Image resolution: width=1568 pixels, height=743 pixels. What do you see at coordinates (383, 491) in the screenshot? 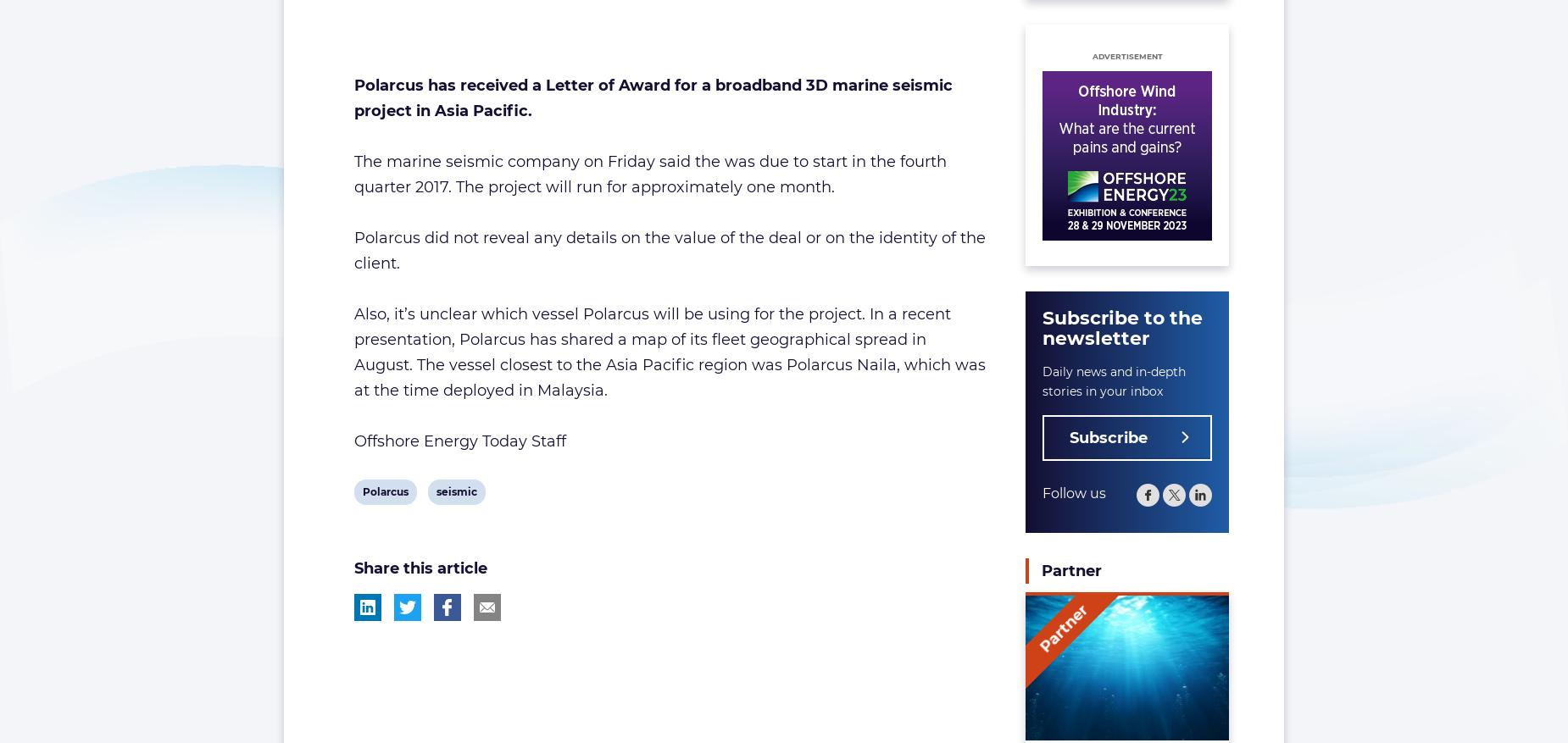
I see `'Polarcus'` at bounding box center [383, 491].